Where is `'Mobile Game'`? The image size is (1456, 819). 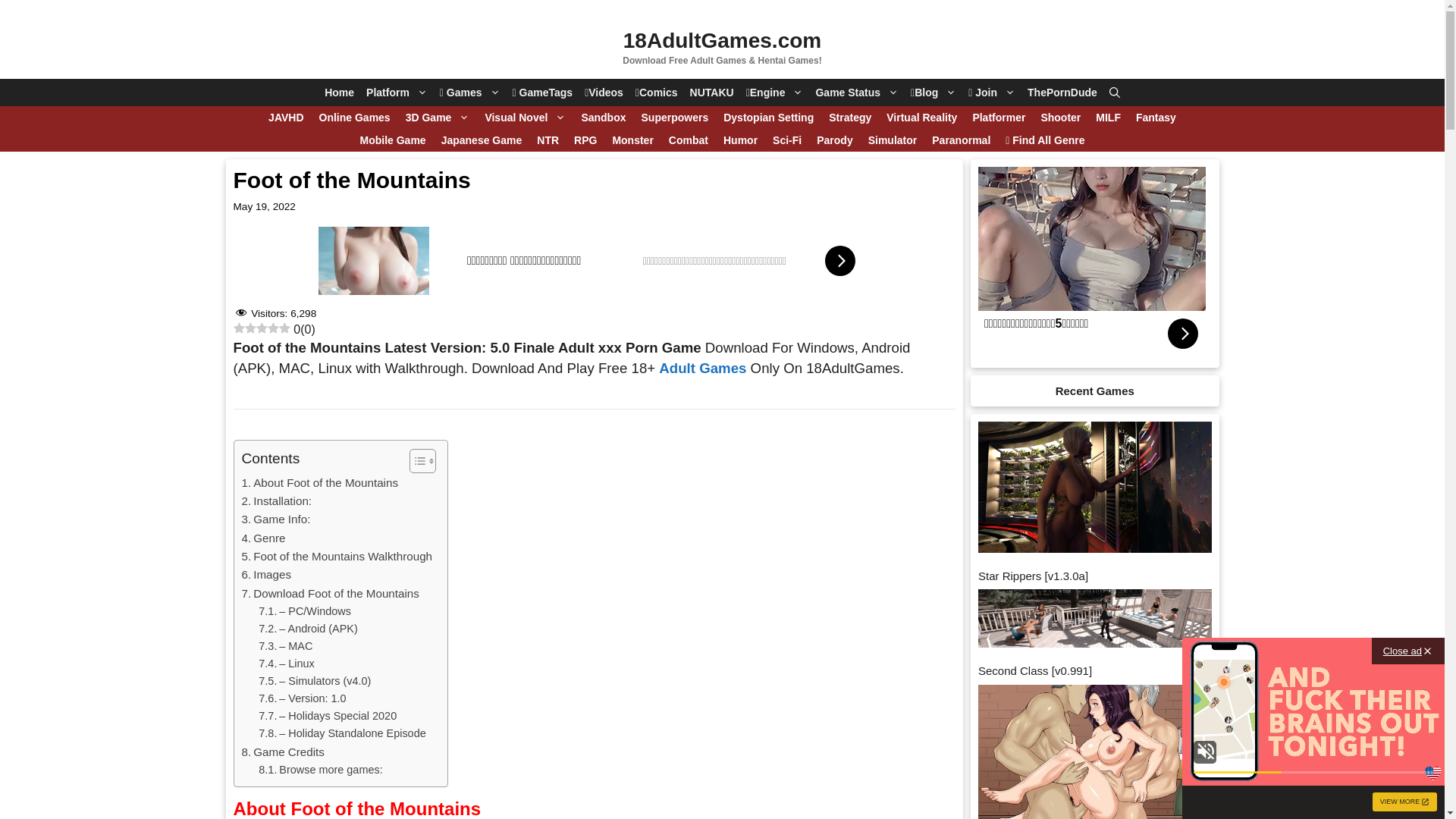 'Mobile Game' is located at coordinates (392, 140).